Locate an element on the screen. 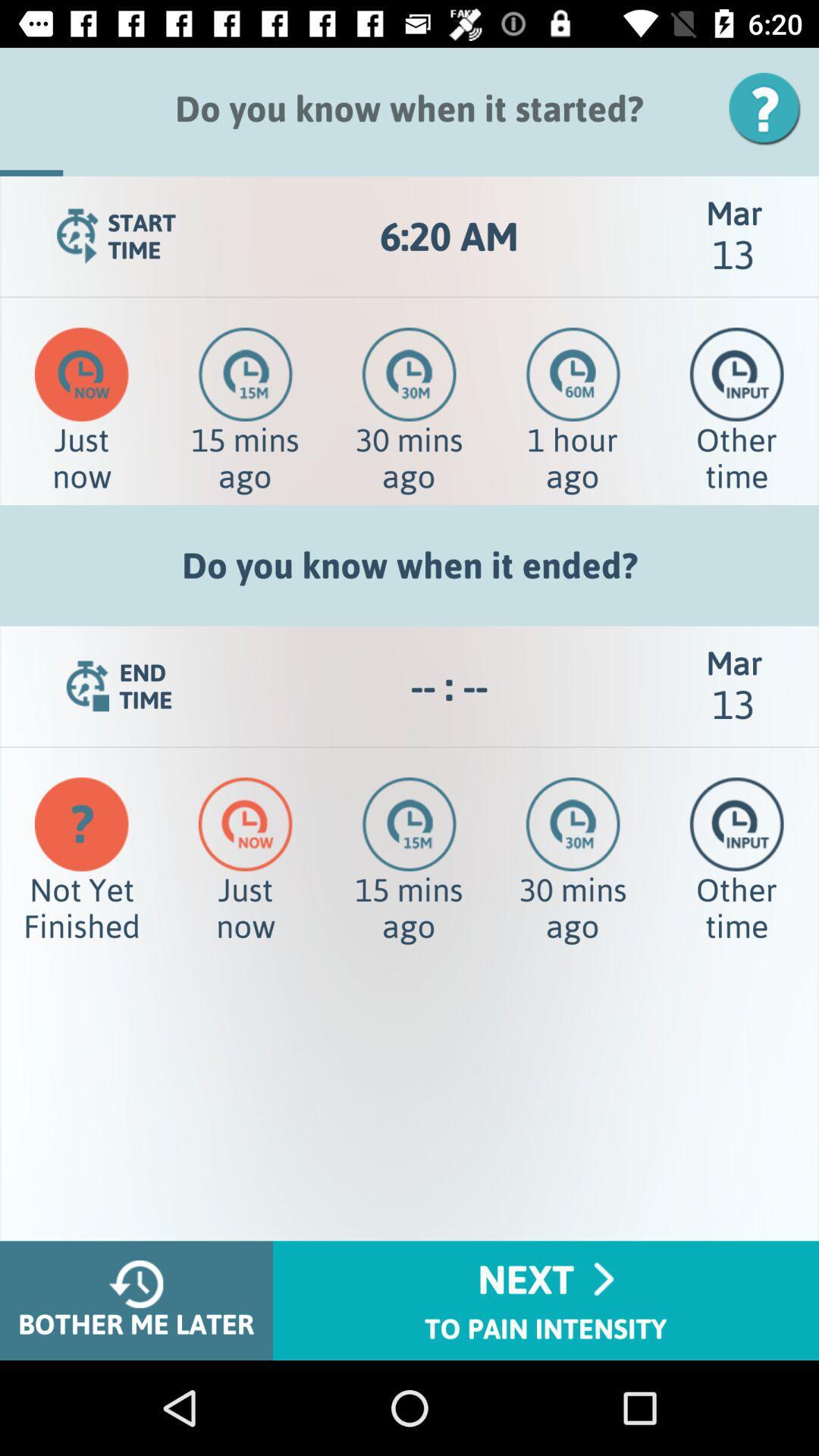  icon to the left of mar is located at coordinates (448, 236).